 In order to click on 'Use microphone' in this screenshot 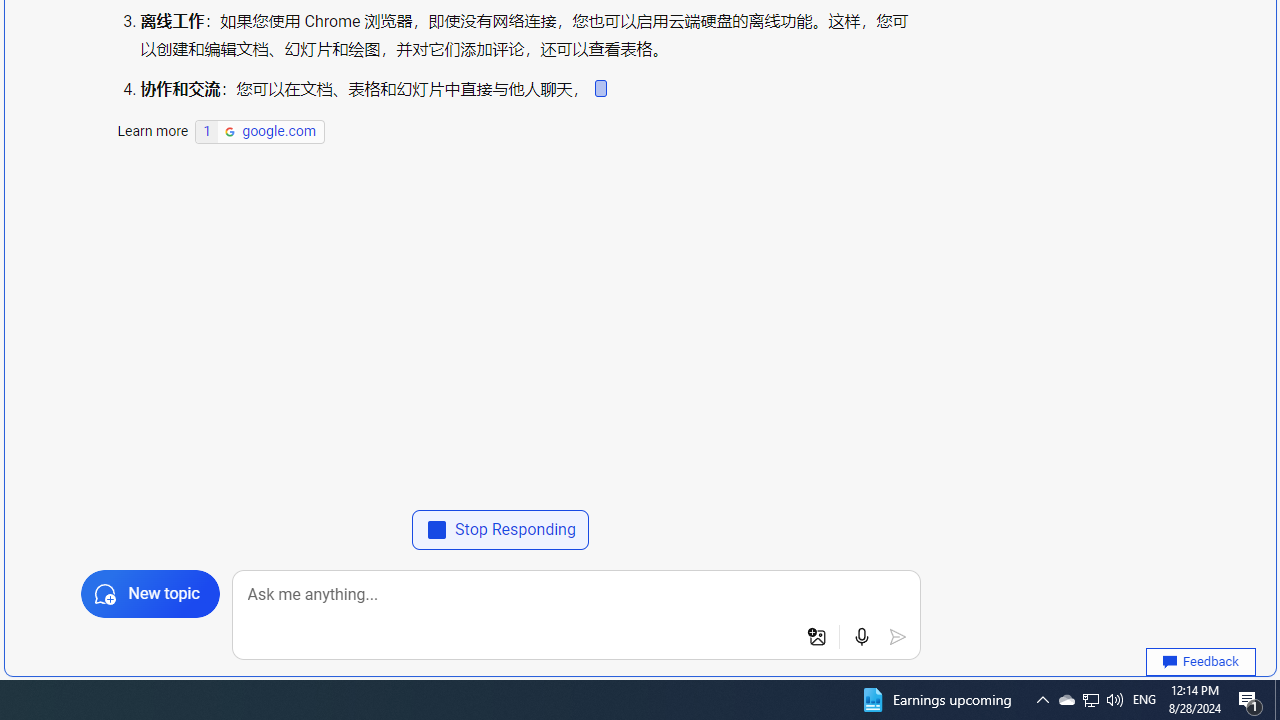, I will do `click(862, 637)`.